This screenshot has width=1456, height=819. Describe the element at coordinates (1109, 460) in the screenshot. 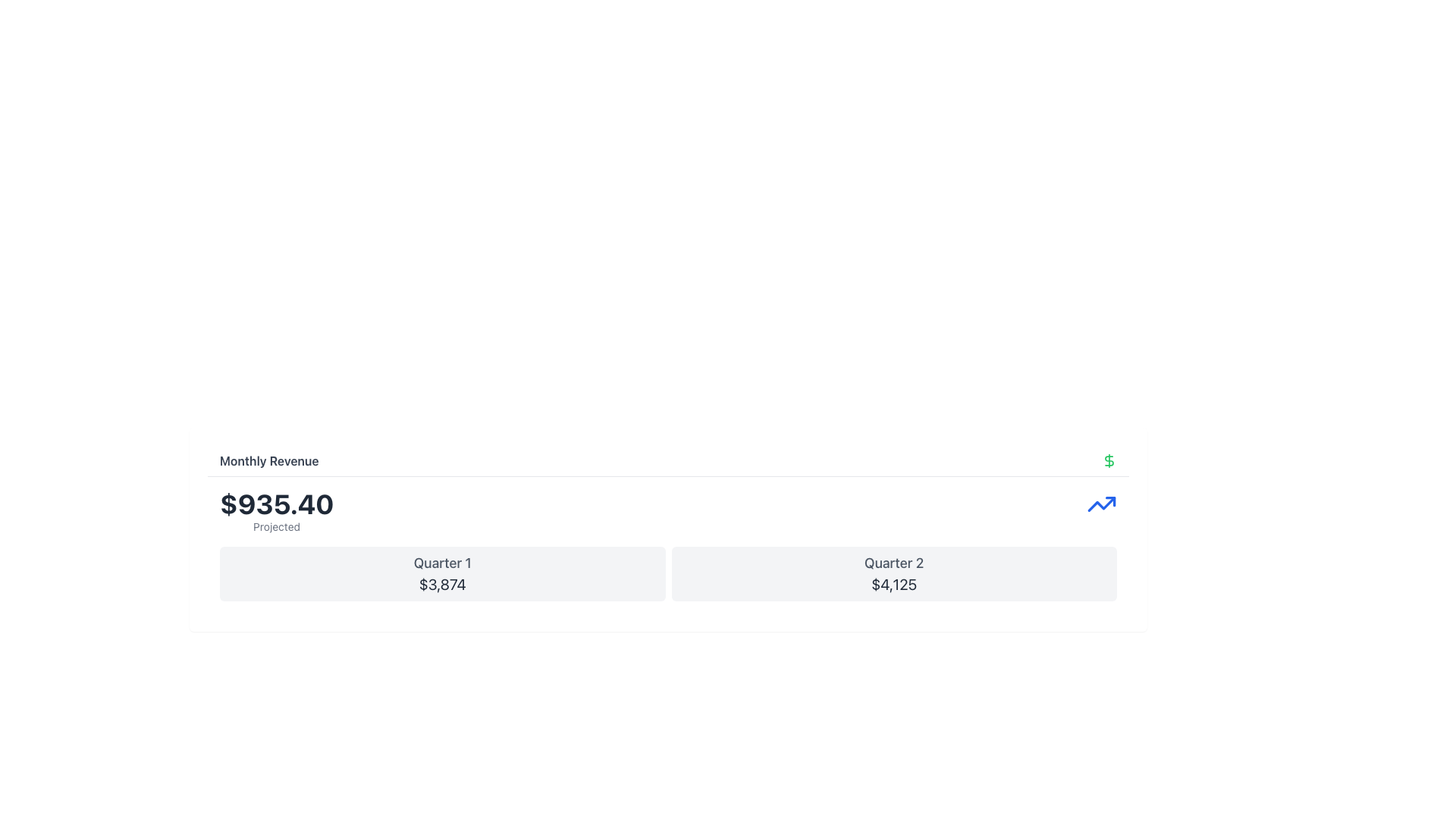

I see `the revenue indicator icon located in the top-right corner of the 'Monthly Revenue' section` at that location.